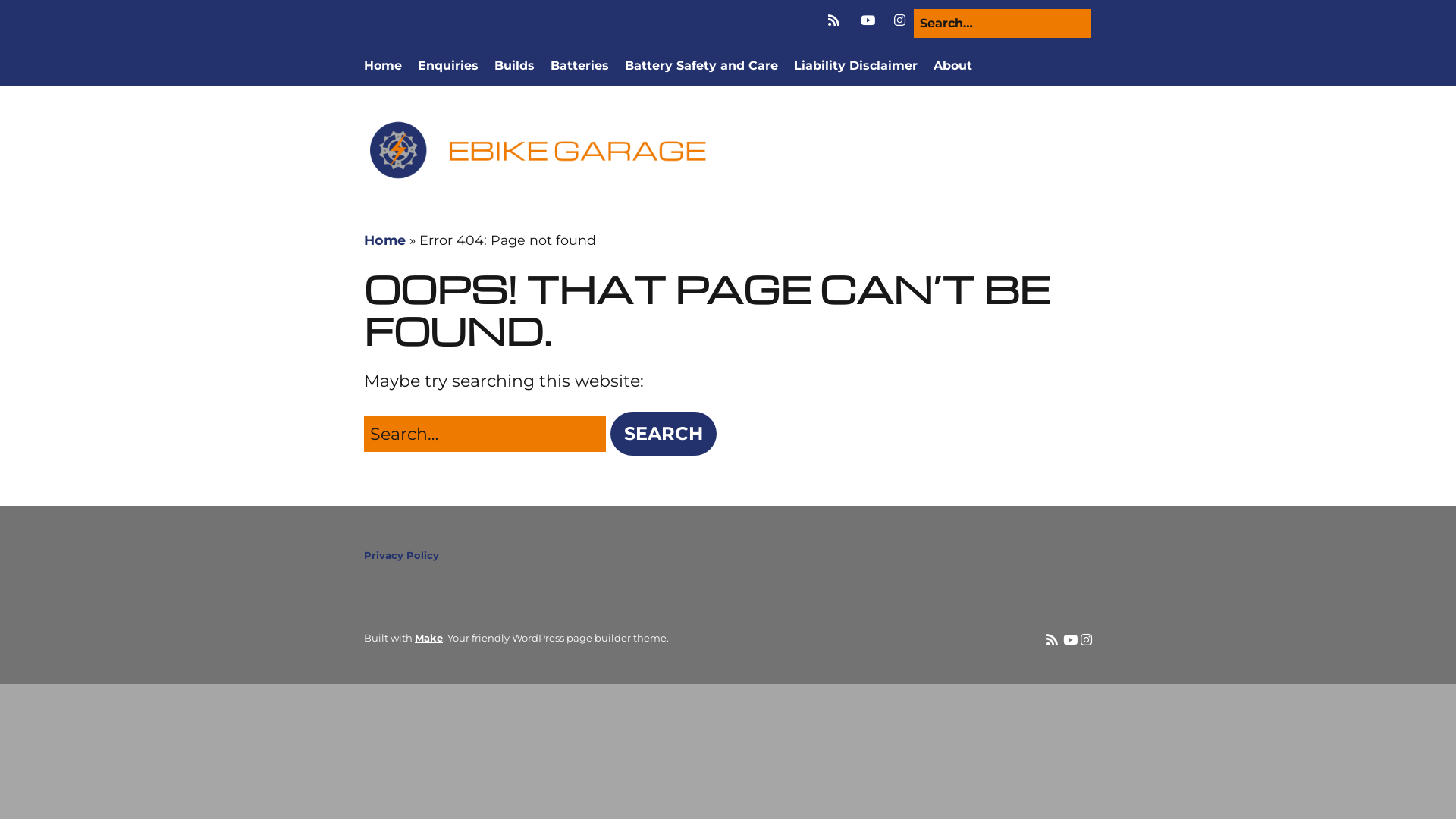  What do you see at coordinates (401, 555) in the screenshot?
I see `'Privacy Policy'` at bounding box center [401, 555].